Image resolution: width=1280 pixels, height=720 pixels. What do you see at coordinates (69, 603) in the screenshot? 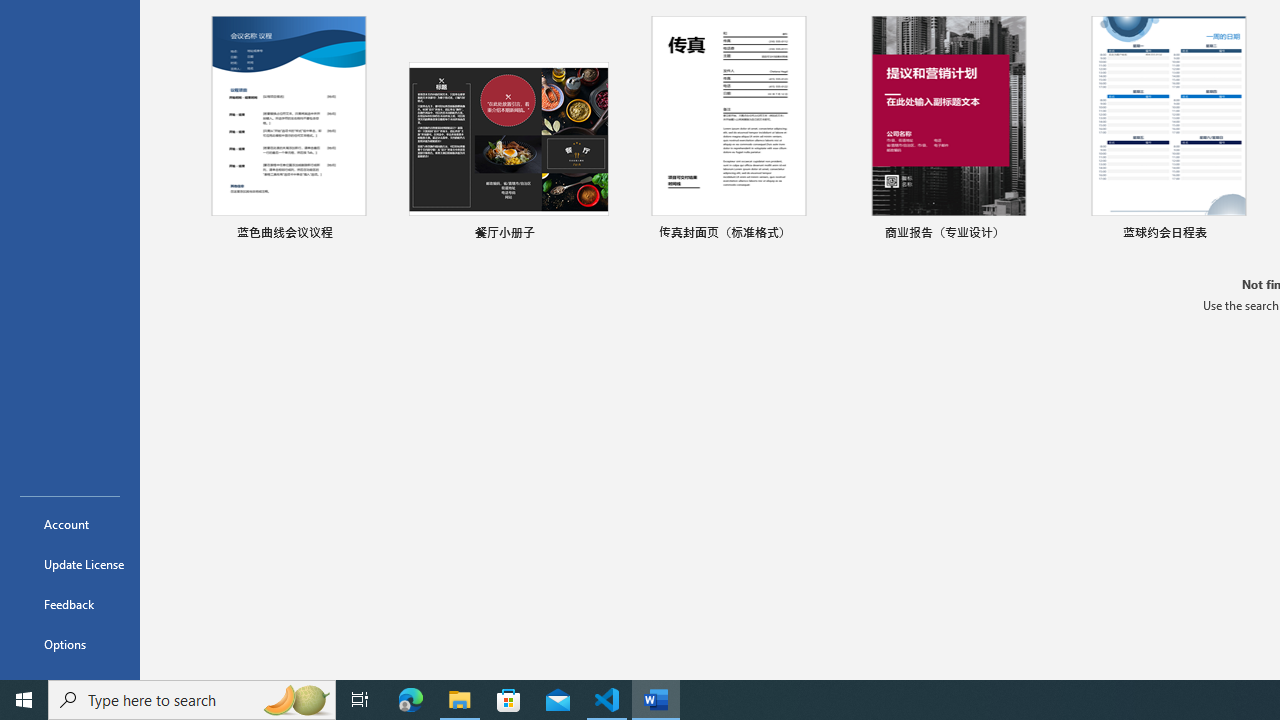
I see `'Feedback'` at bounding box center [69, 603].